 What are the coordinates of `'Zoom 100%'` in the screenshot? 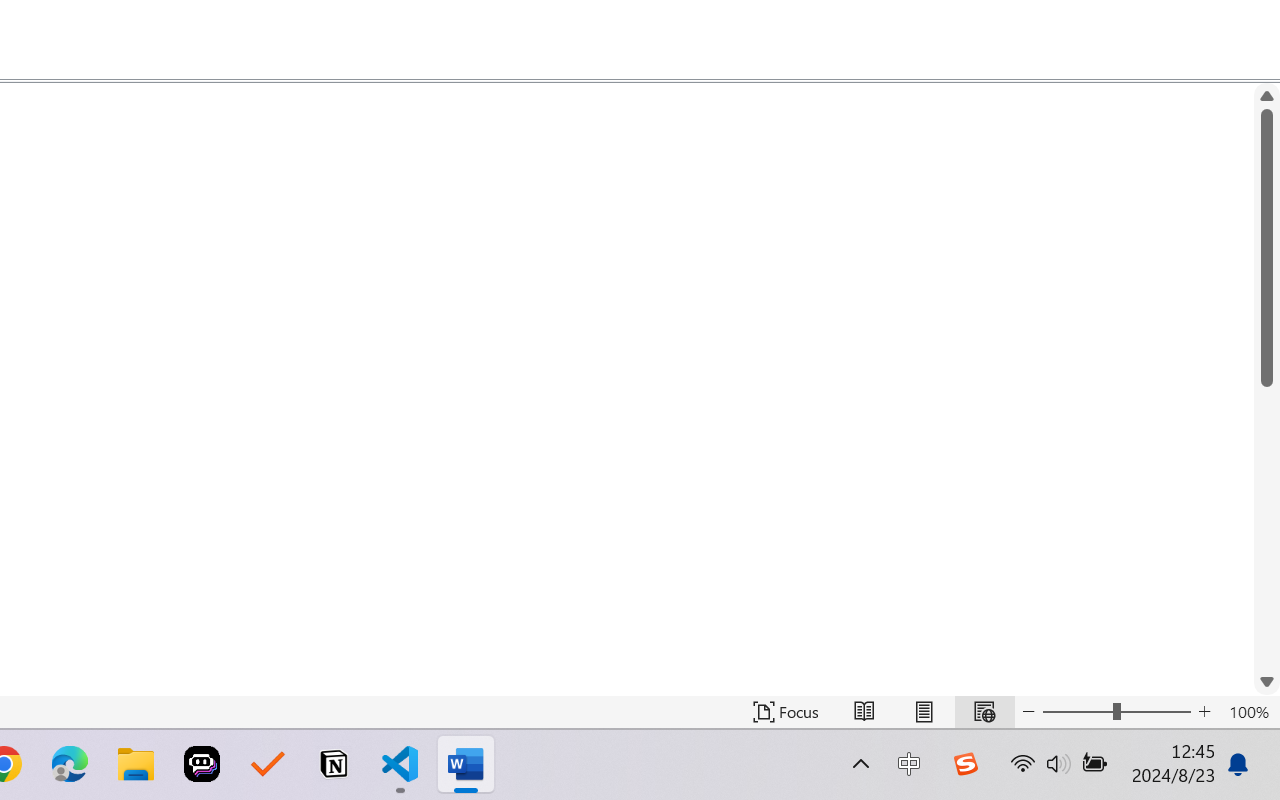 It's located at (1248, 711).